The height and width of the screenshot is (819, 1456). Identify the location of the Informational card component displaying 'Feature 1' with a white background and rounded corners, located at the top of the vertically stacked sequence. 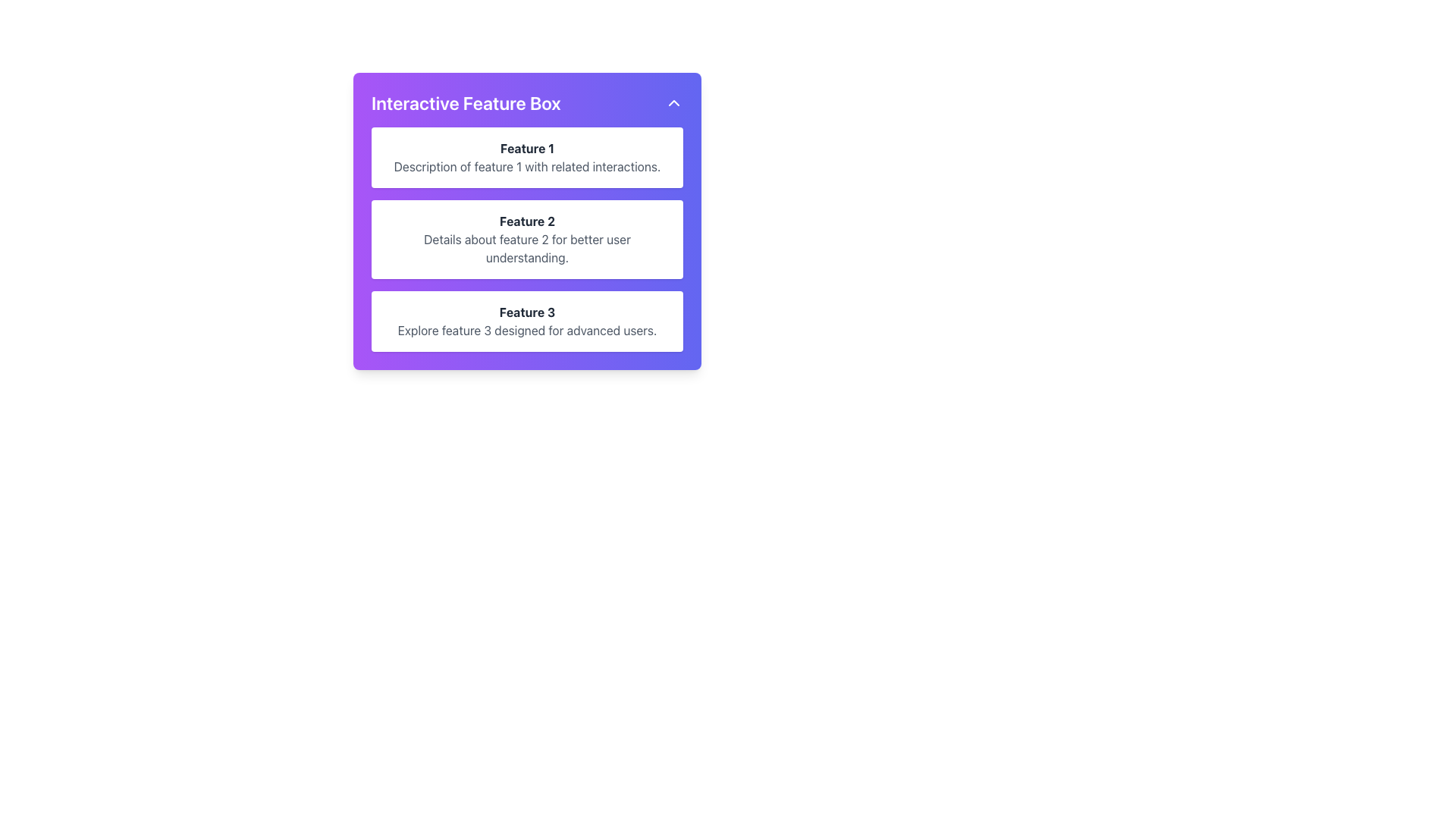
(527, 158).